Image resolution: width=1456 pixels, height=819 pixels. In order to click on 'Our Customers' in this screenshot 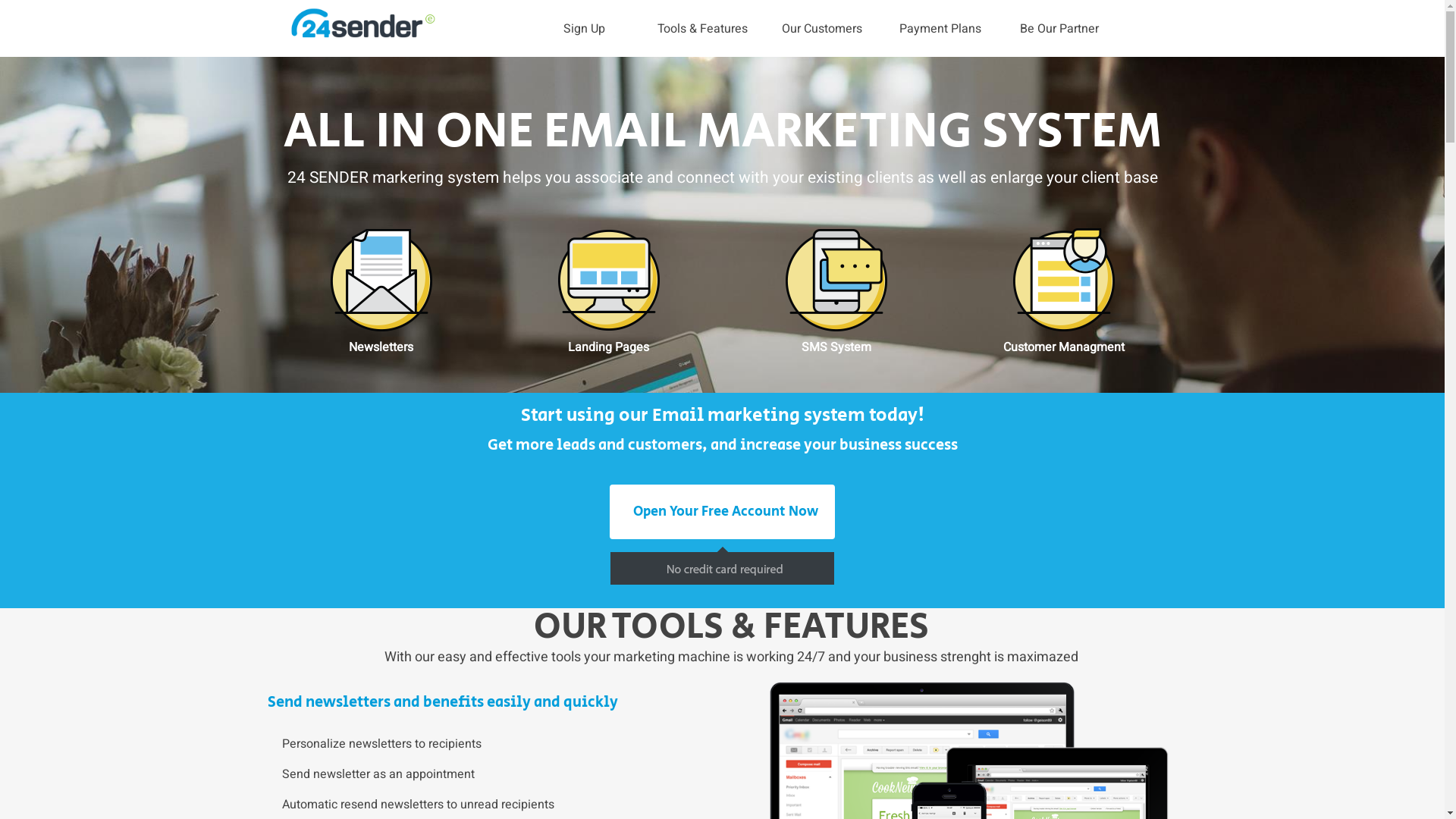, I will do `click(765, 28)`.